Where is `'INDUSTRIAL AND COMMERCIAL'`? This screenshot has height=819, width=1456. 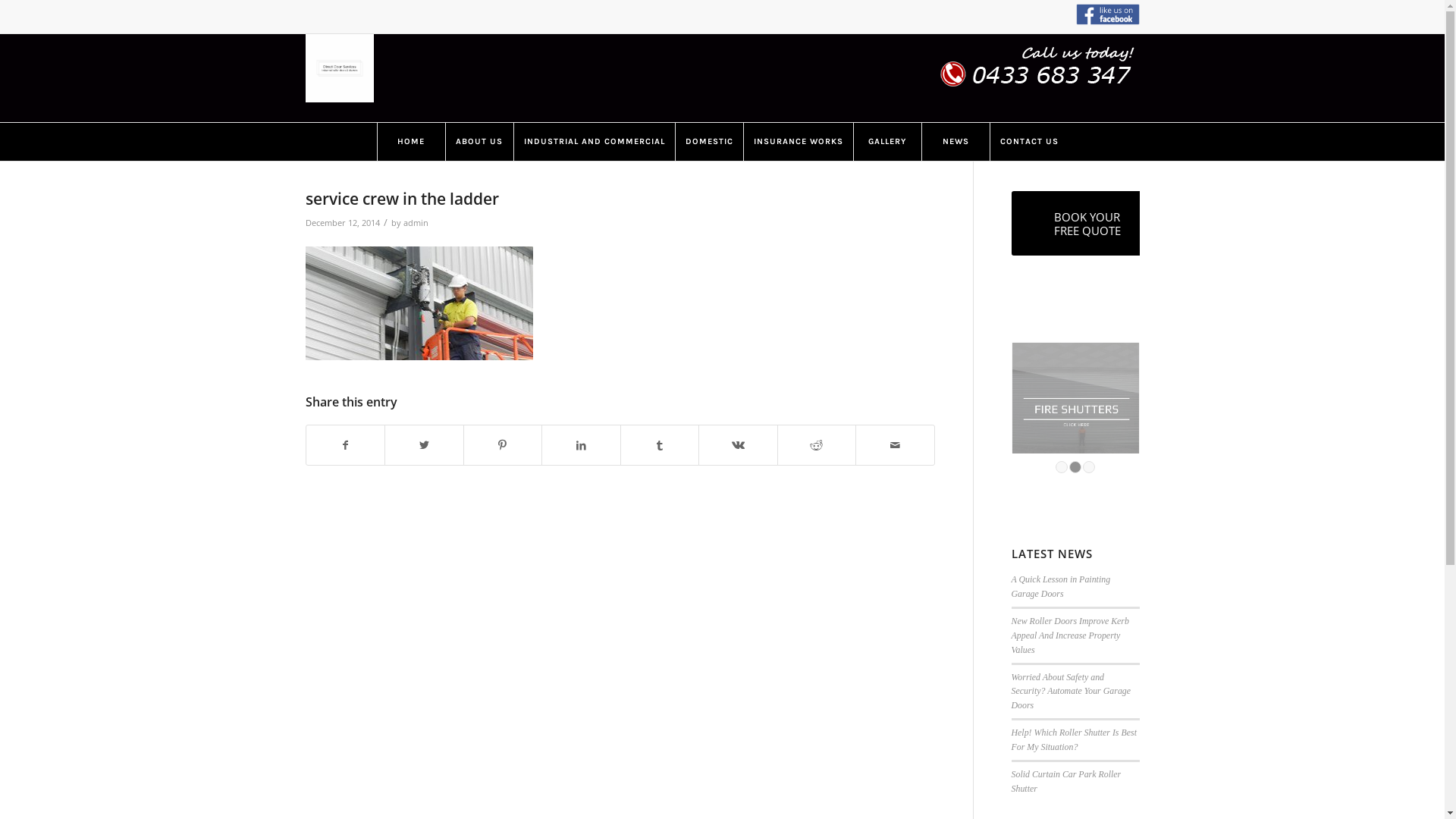 'INDUSTRIAL AND COMMERCIAL' is located at coordinates (592, 141).